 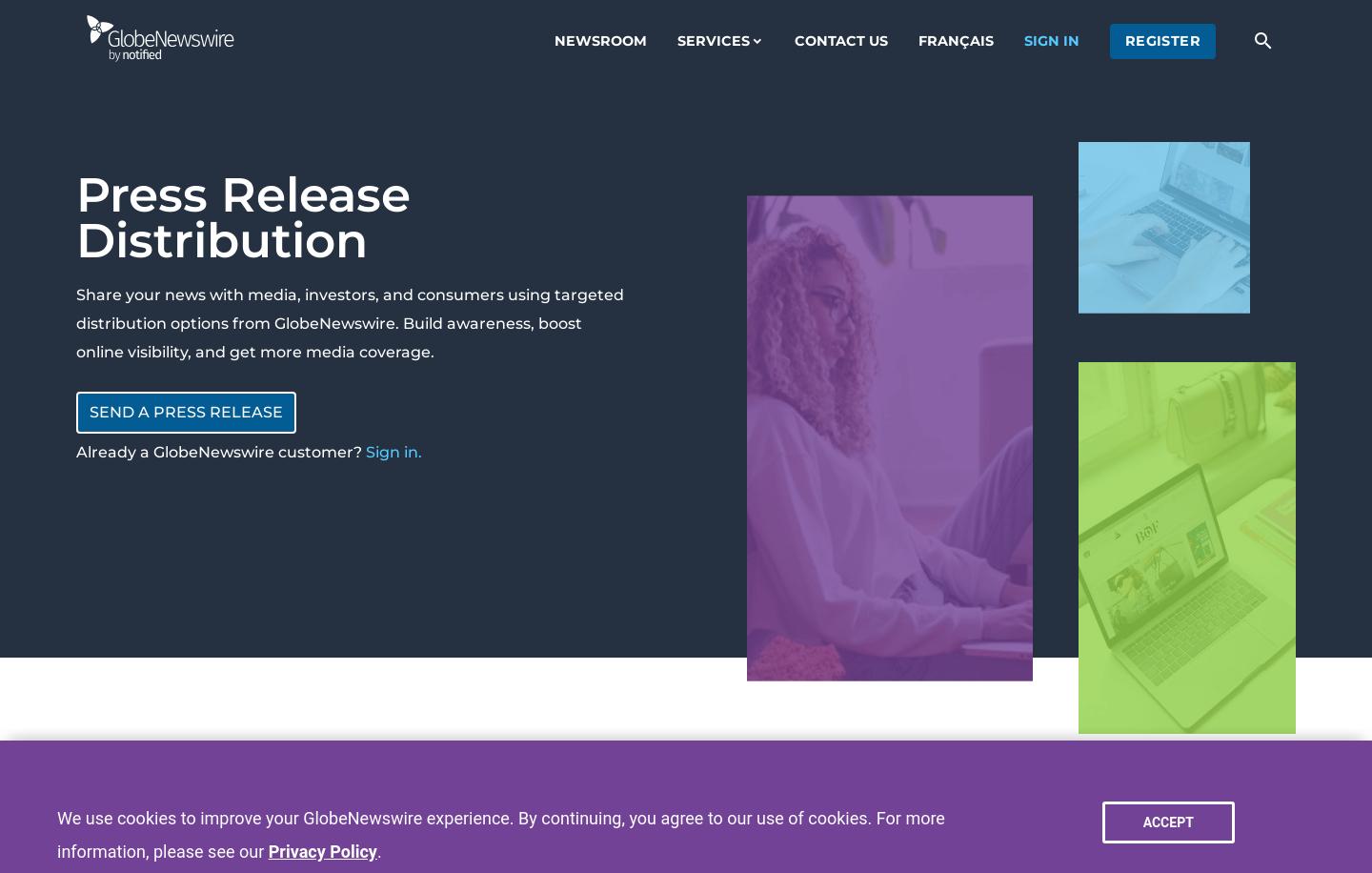 What do you see at coordinates (393, 452) in the screenshot?
I see `'Sign in.'` at bounding box center [393, 452].